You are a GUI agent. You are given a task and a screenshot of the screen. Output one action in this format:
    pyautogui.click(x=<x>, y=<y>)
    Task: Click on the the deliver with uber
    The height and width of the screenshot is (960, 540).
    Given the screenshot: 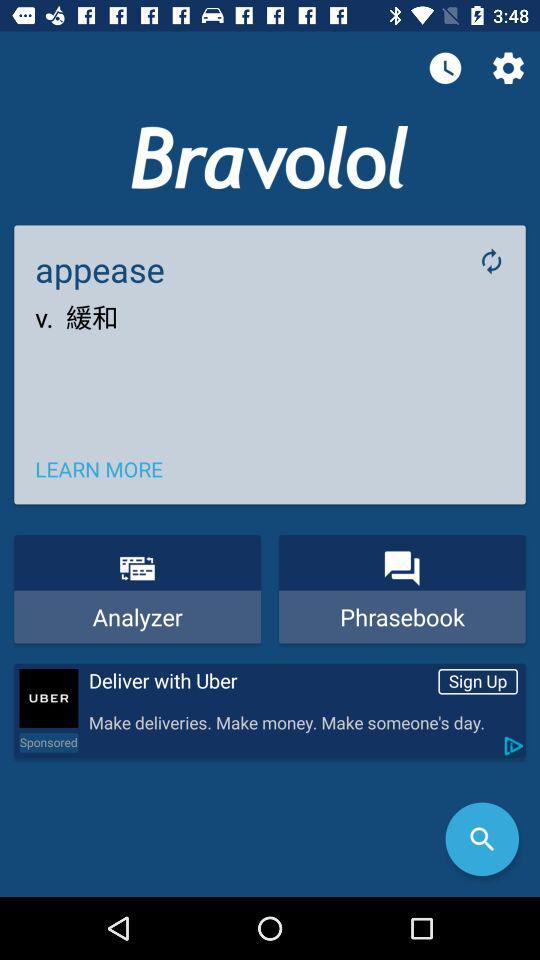 What is the action you would take?
    pyautogui.click(x=259, y=681)
    